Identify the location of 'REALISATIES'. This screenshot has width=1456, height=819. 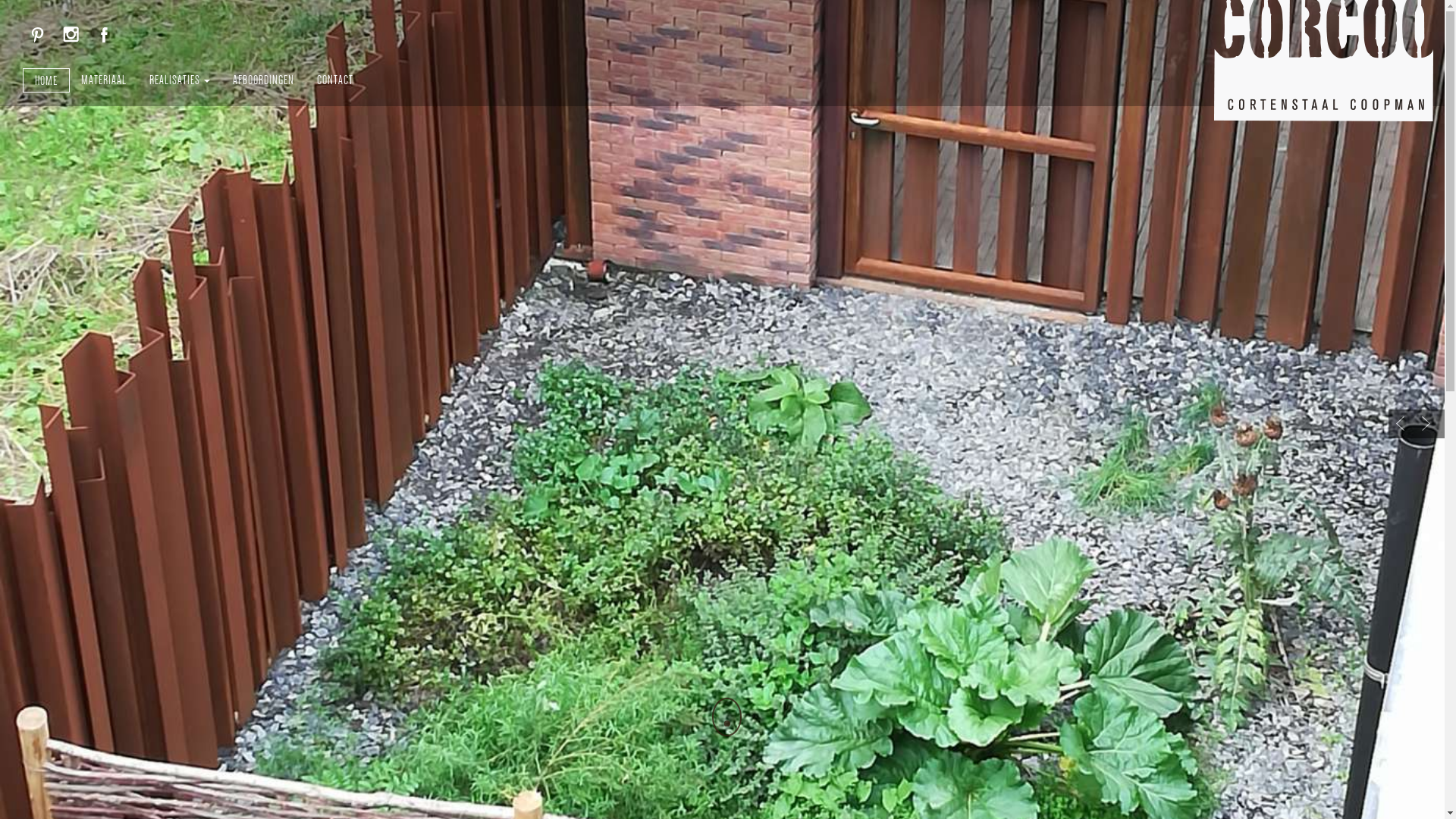
(179, 79).